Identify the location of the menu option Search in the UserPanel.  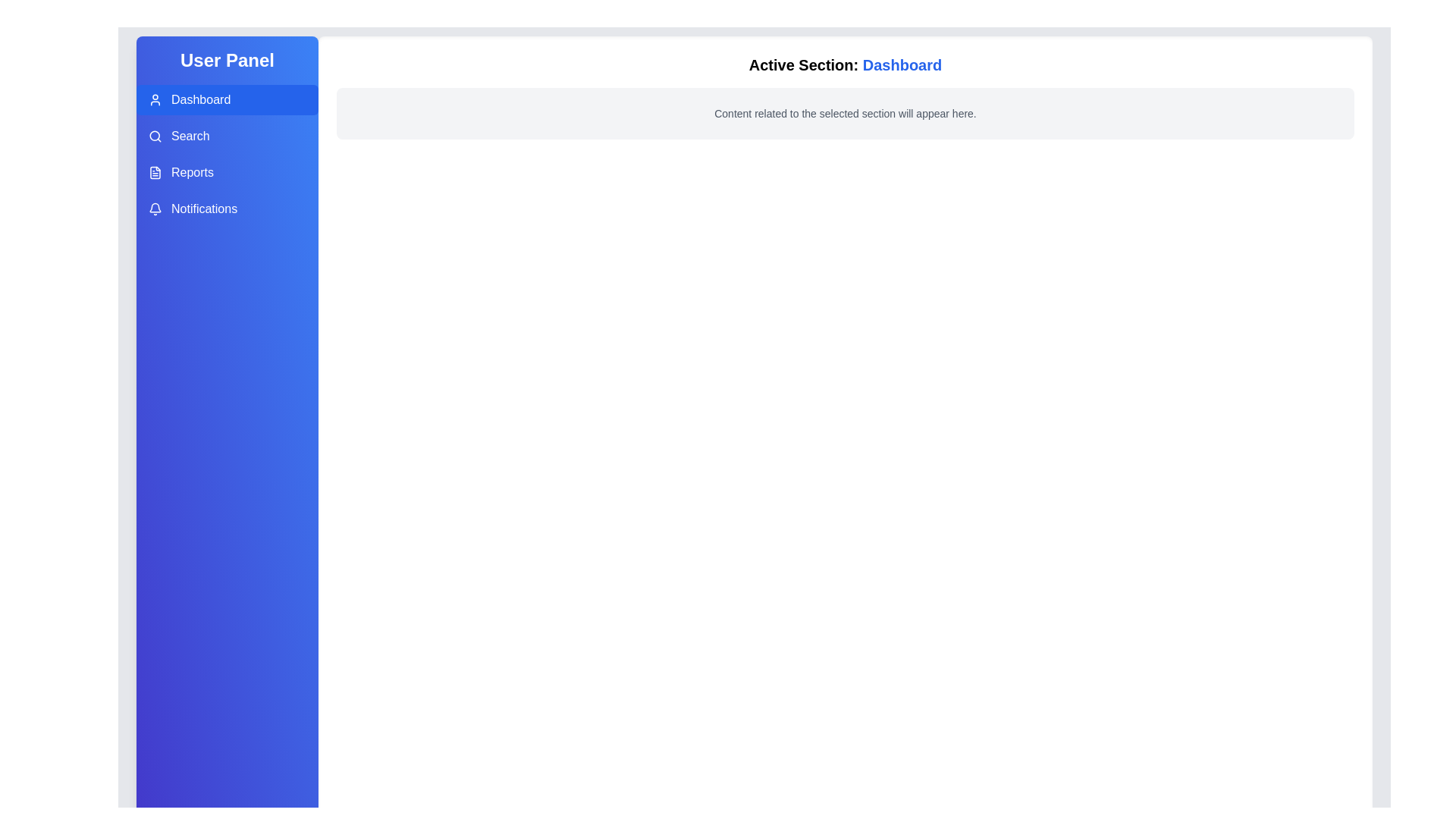
(226, 136).